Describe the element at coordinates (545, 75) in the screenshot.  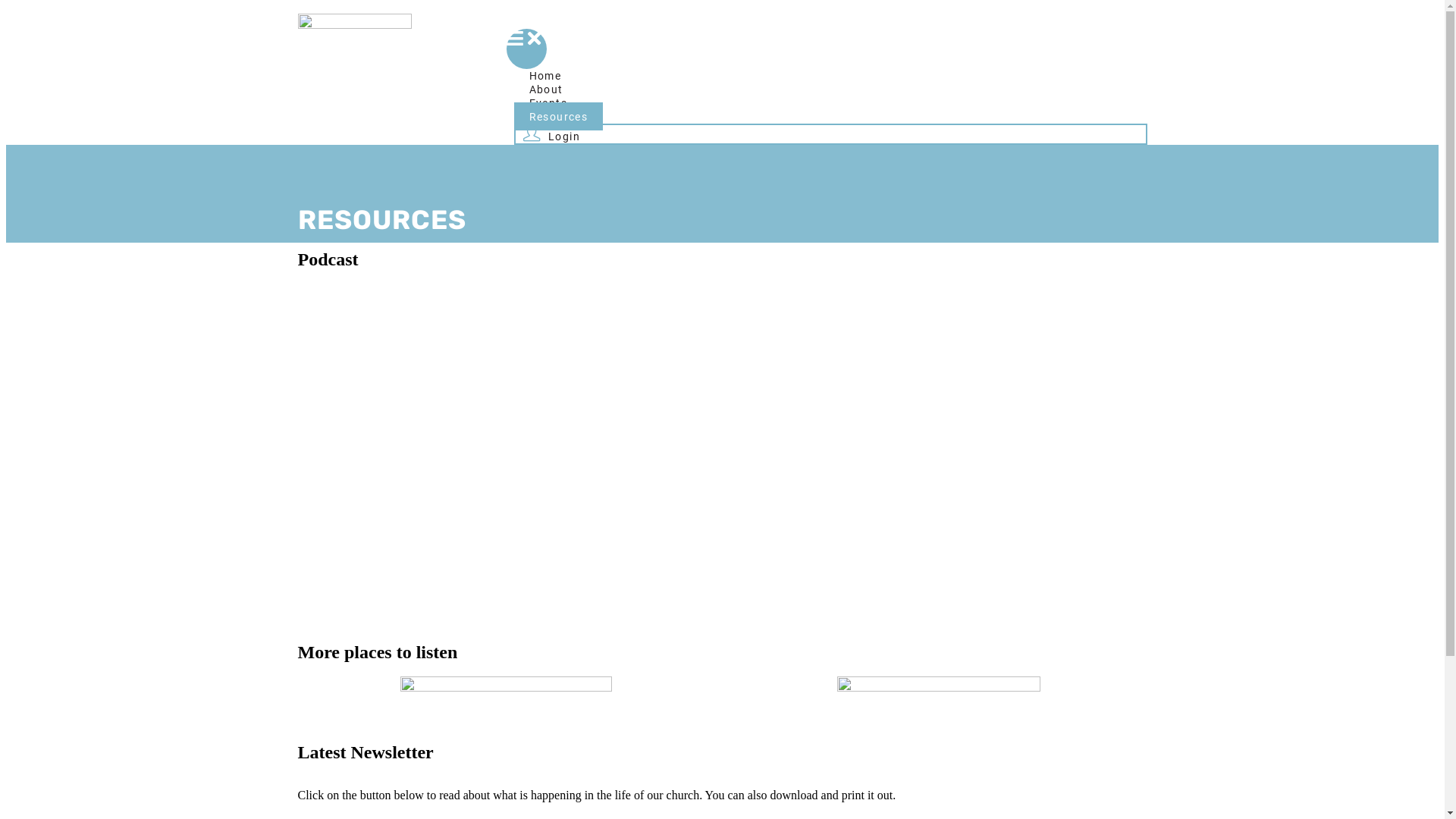
I see `'Home'` at that location.